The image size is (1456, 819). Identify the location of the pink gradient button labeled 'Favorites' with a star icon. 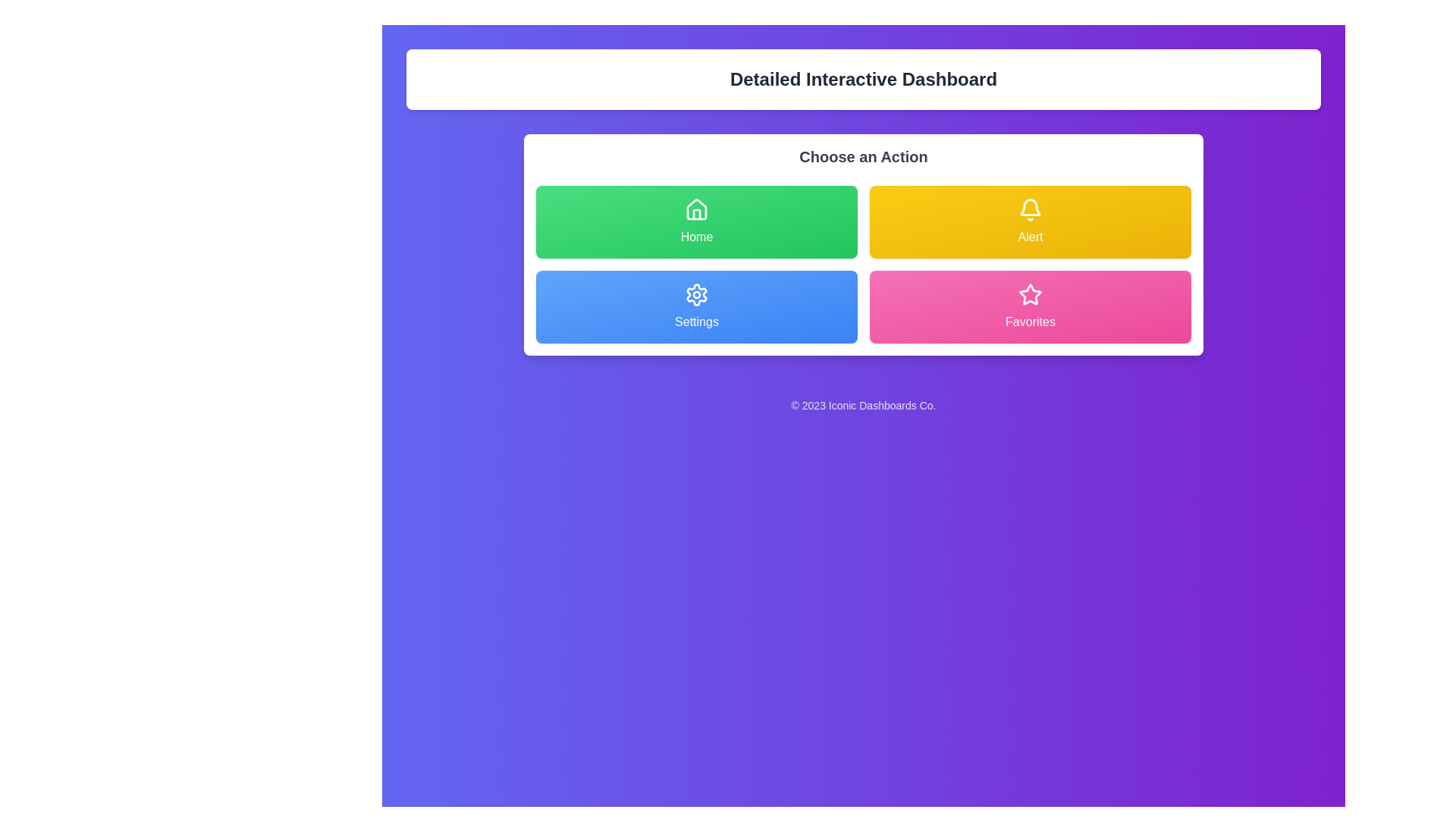
(1030, 307).